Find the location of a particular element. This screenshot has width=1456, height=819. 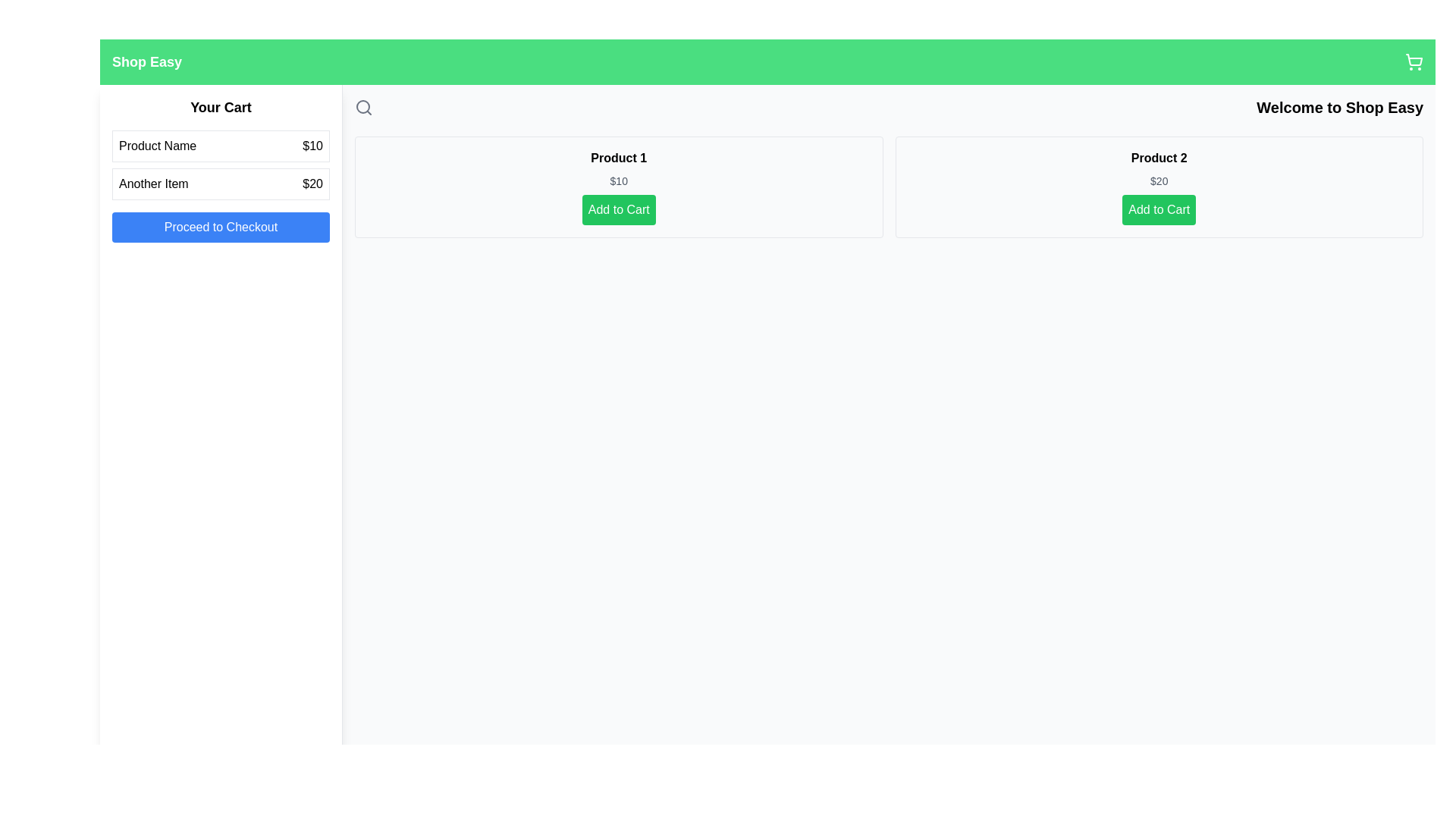

text of the second item in the 'Your Cart' section, which serves as the label for the cart item directly below 'Product Name' is located at coordinates (153, 184).